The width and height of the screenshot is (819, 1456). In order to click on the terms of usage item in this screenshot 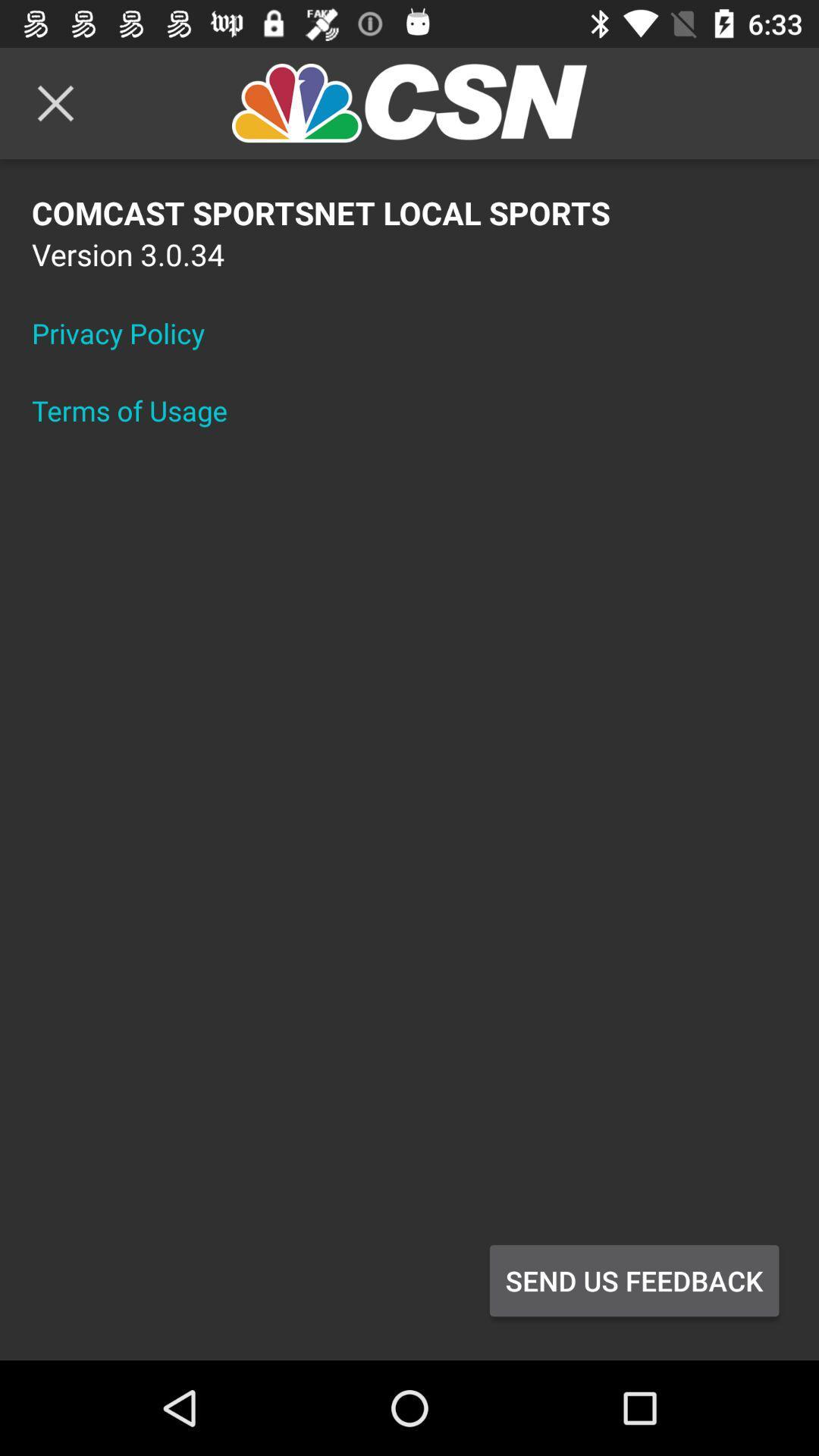, I will do `click(140, 410)`.